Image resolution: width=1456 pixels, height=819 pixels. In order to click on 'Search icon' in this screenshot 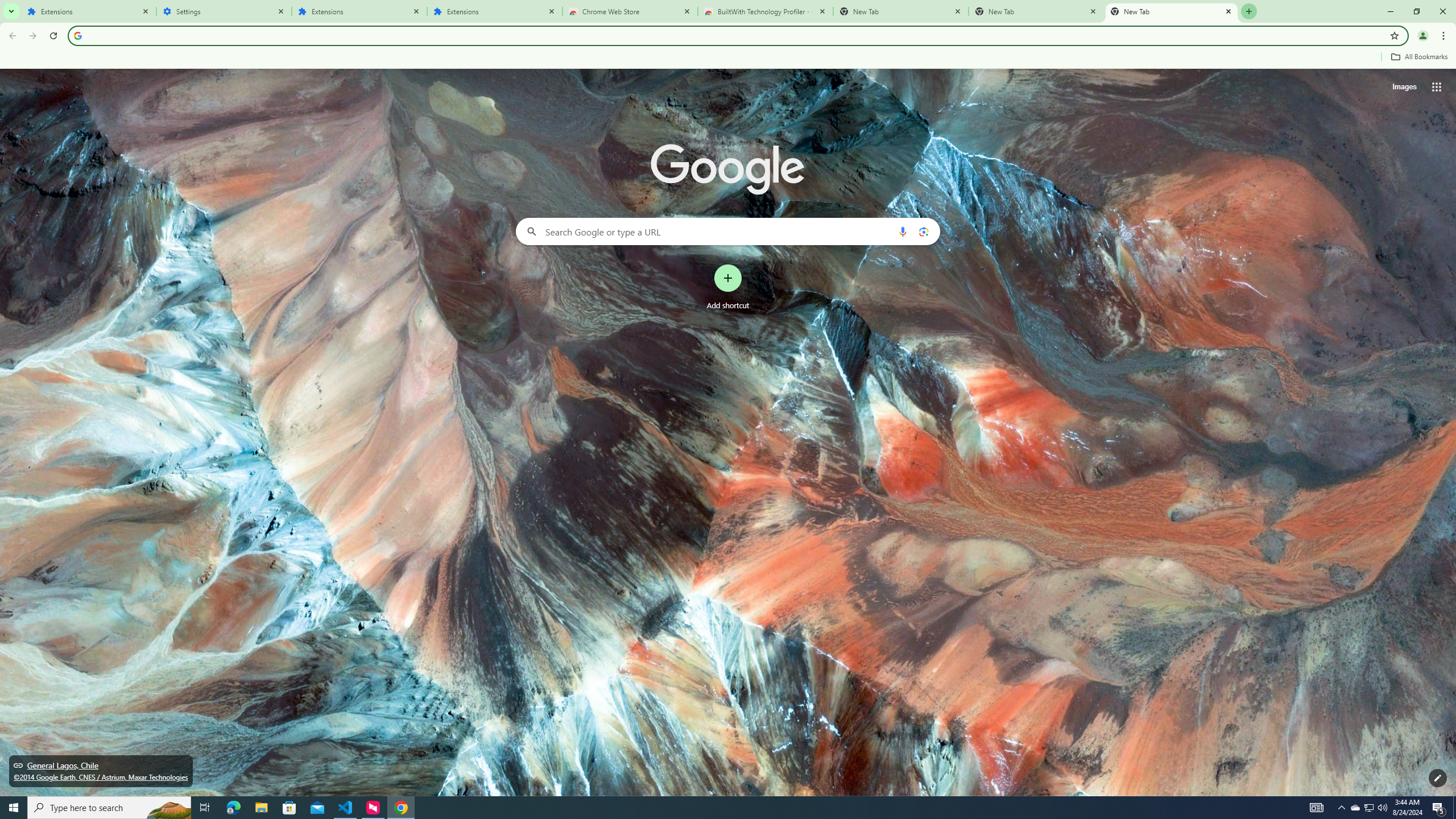, I will do `click(77, 35)`.